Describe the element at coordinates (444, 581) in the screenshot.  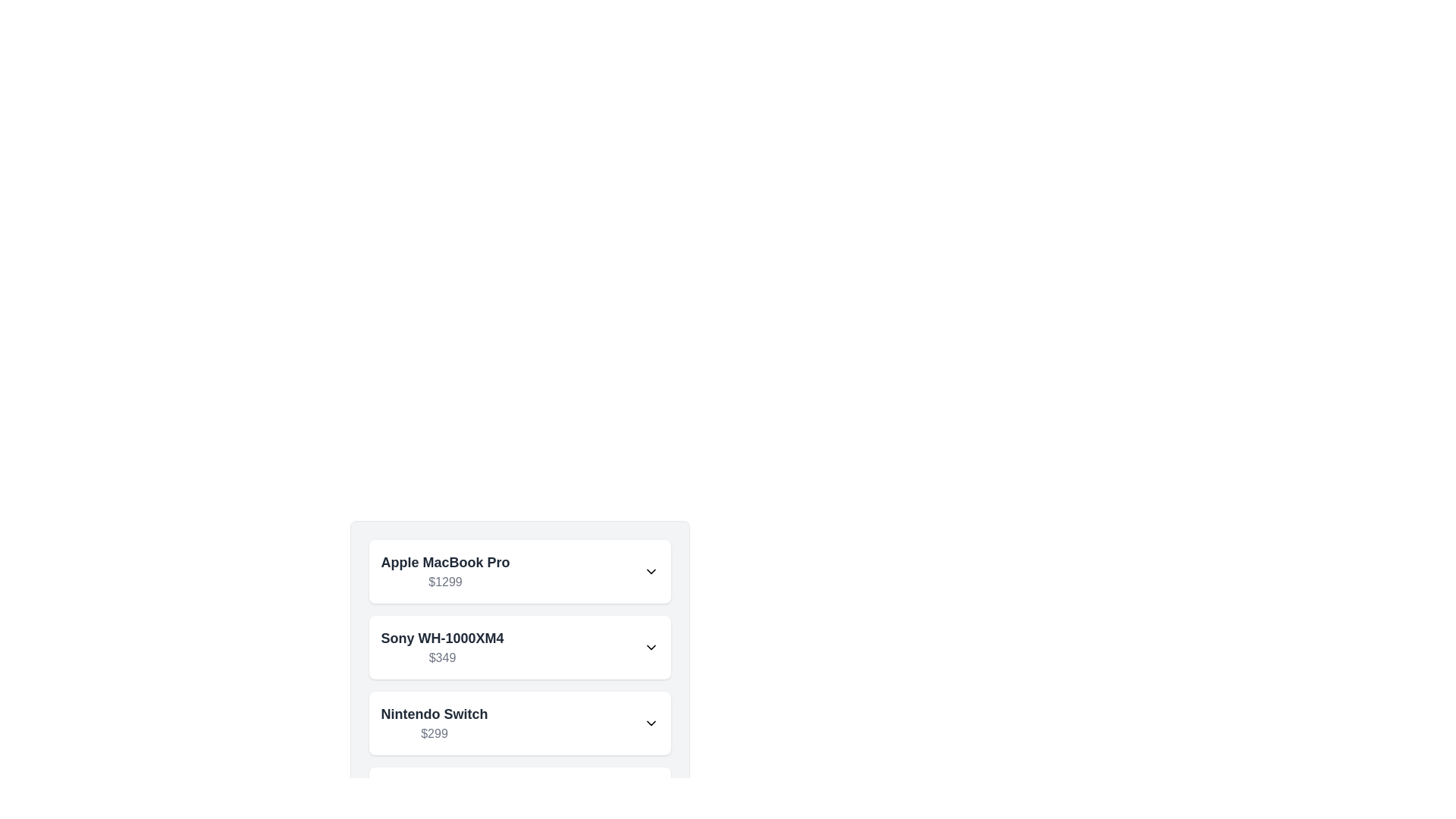
I see `the price display element indicating the price of the product labeled 'Apple MacBook Pro', which is positioned below the product name` at that location.